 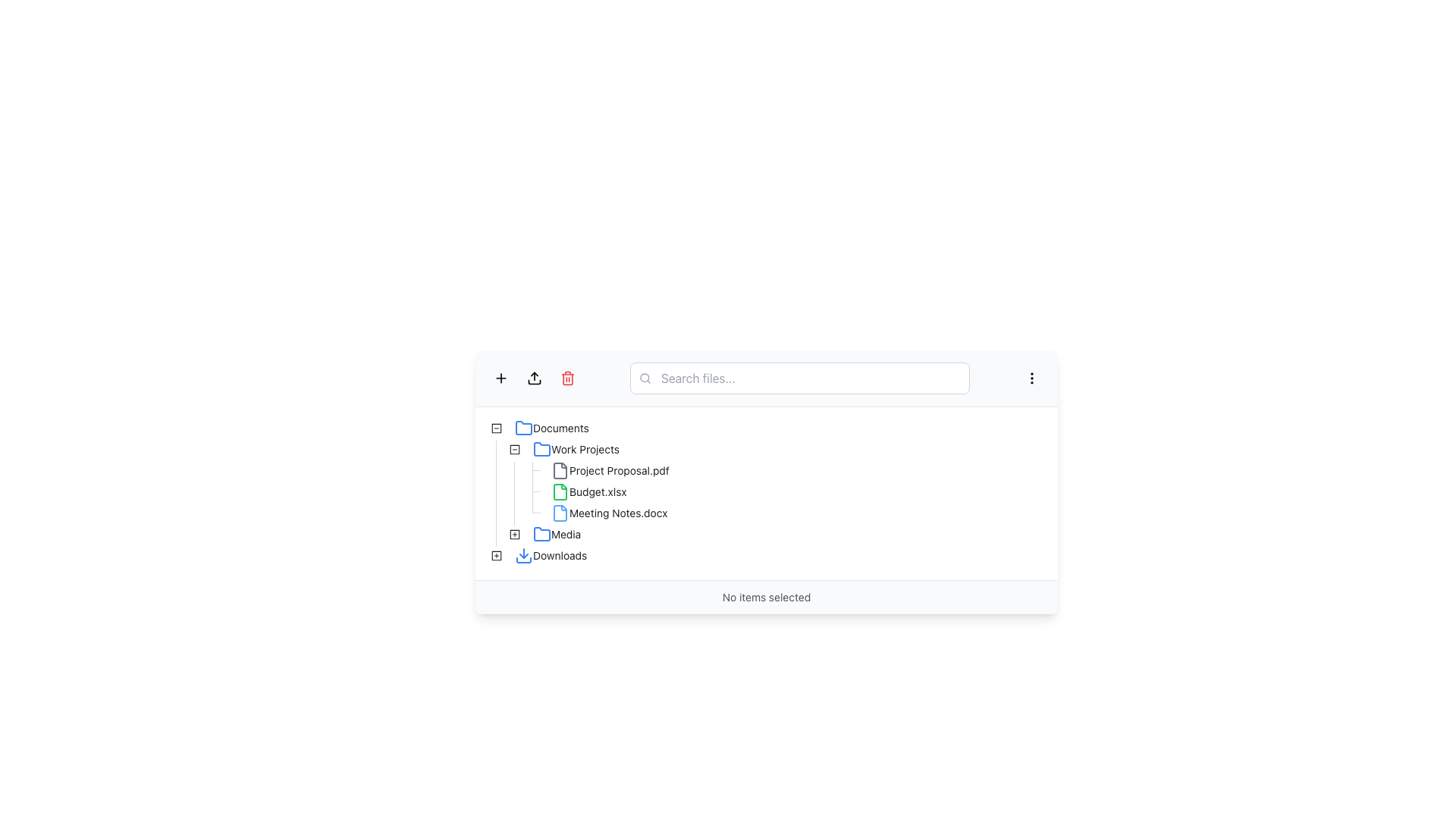 What do you see at coordinates (514, 449) in the screenshot?
I see `the square-shaped Expansion toggle button with a minus sign in the center` at bounding box center [514, 449].